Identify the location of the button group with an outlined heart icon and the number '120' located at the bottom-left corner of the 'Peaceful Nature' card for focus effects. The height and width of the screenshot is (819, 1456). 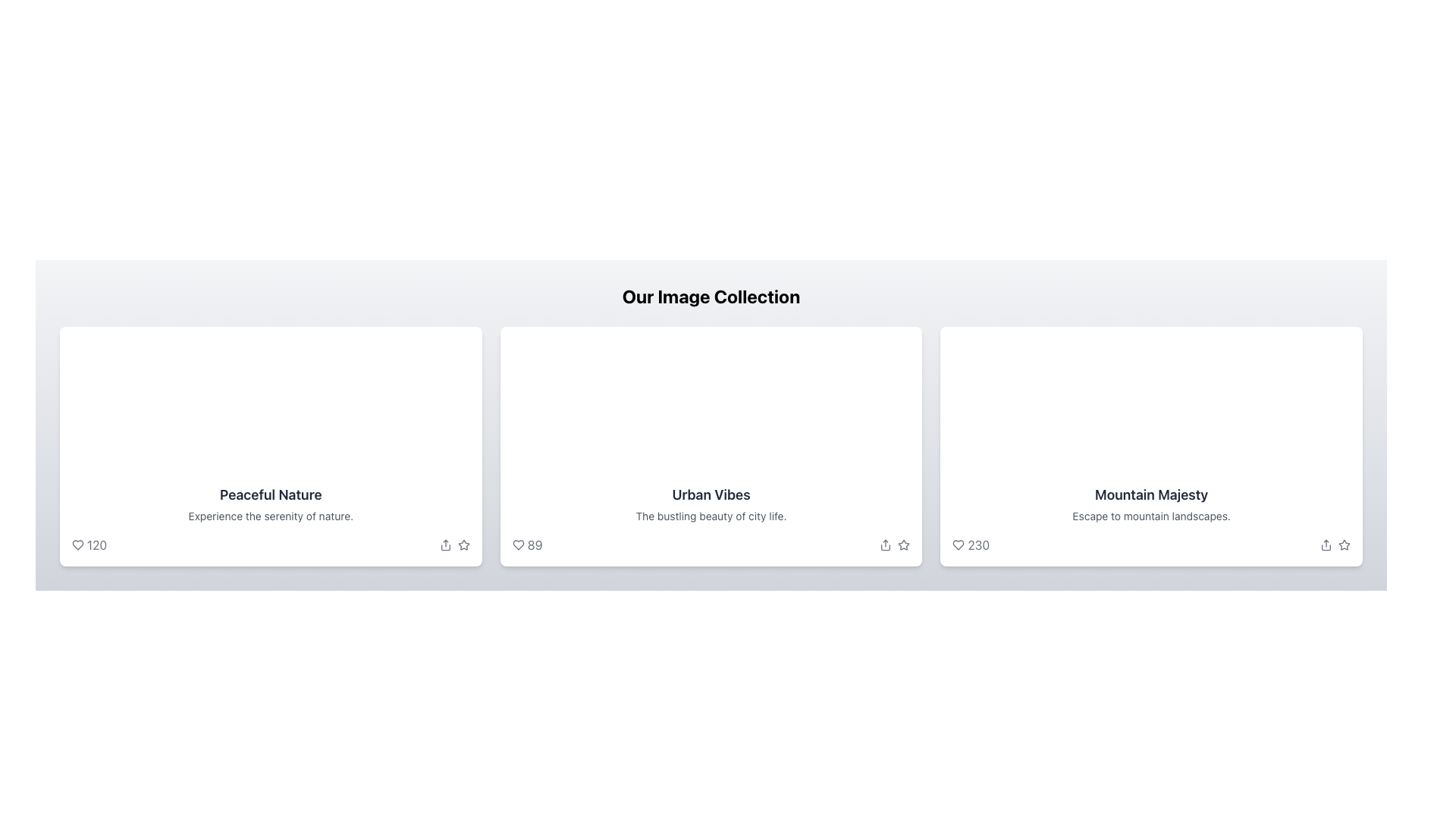
(89, 544).